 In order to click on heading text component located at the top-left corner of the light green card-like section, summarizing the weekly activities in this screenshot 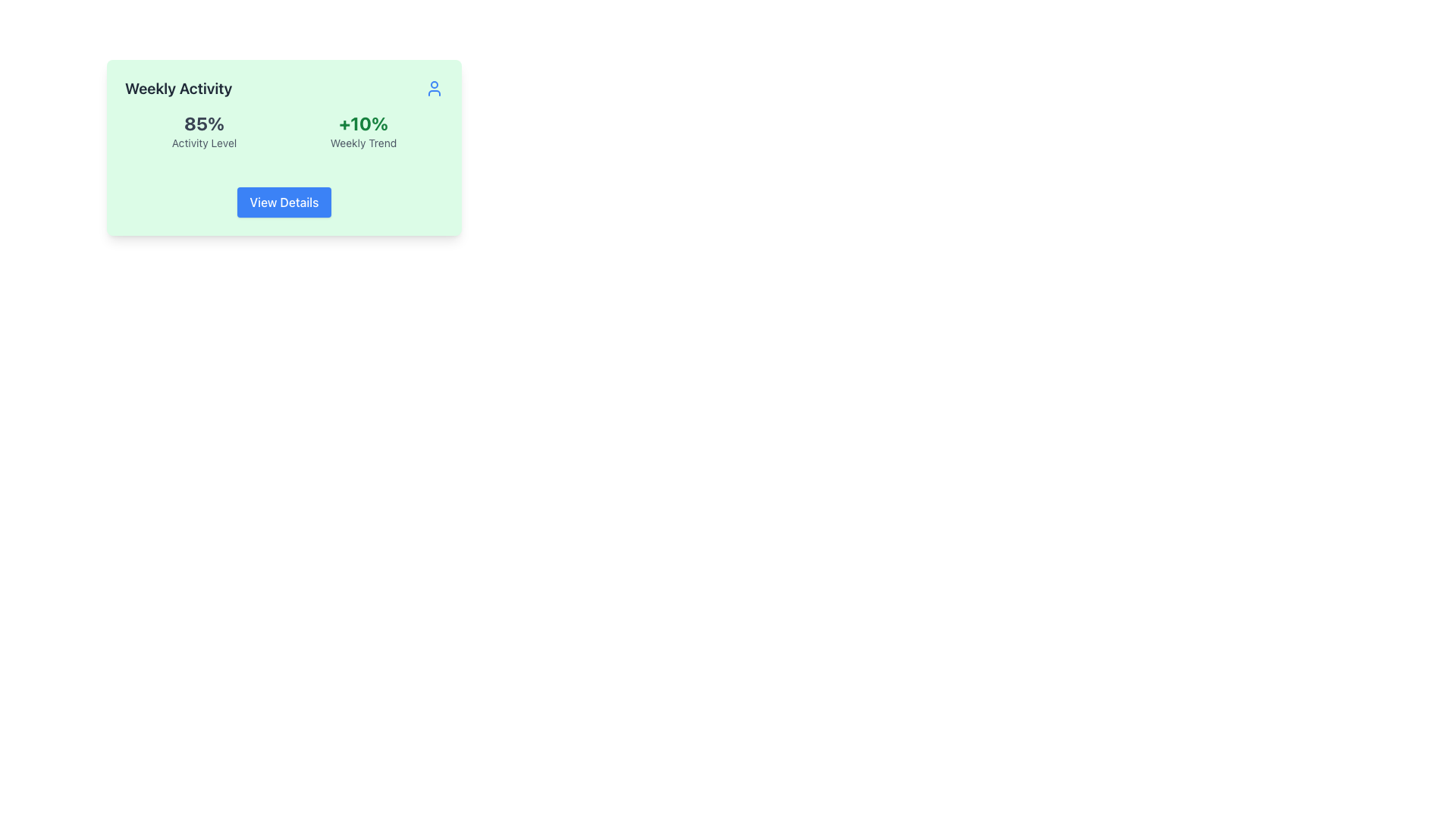, I will do `click(178, 88)`.